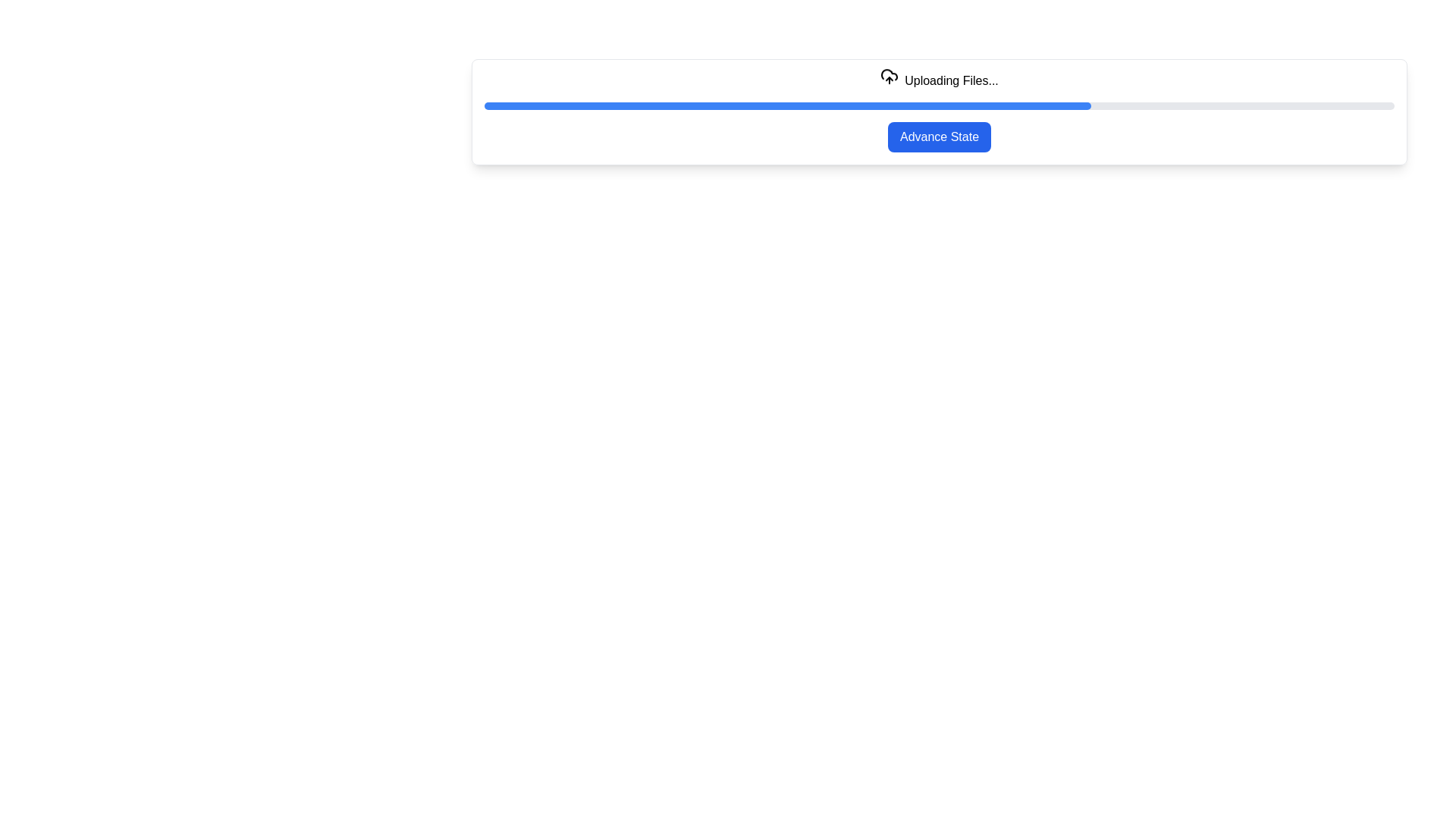 The height and width of the screenshot is (819, 1456). I want to click on the 'Advance State' button located near the right end of the horizontal progress bar, below the 'Uploading Files...' text, to initiate its function, so click(938, 137).